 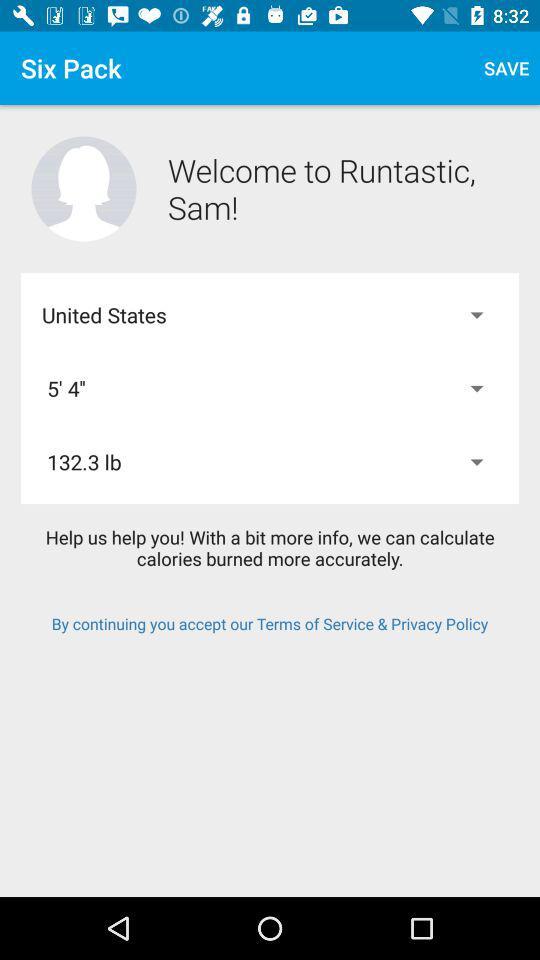 What do you see at coordinates (270, 387) in the screenshot?
I see `item below united states icon` at bounding box center [270, 387].